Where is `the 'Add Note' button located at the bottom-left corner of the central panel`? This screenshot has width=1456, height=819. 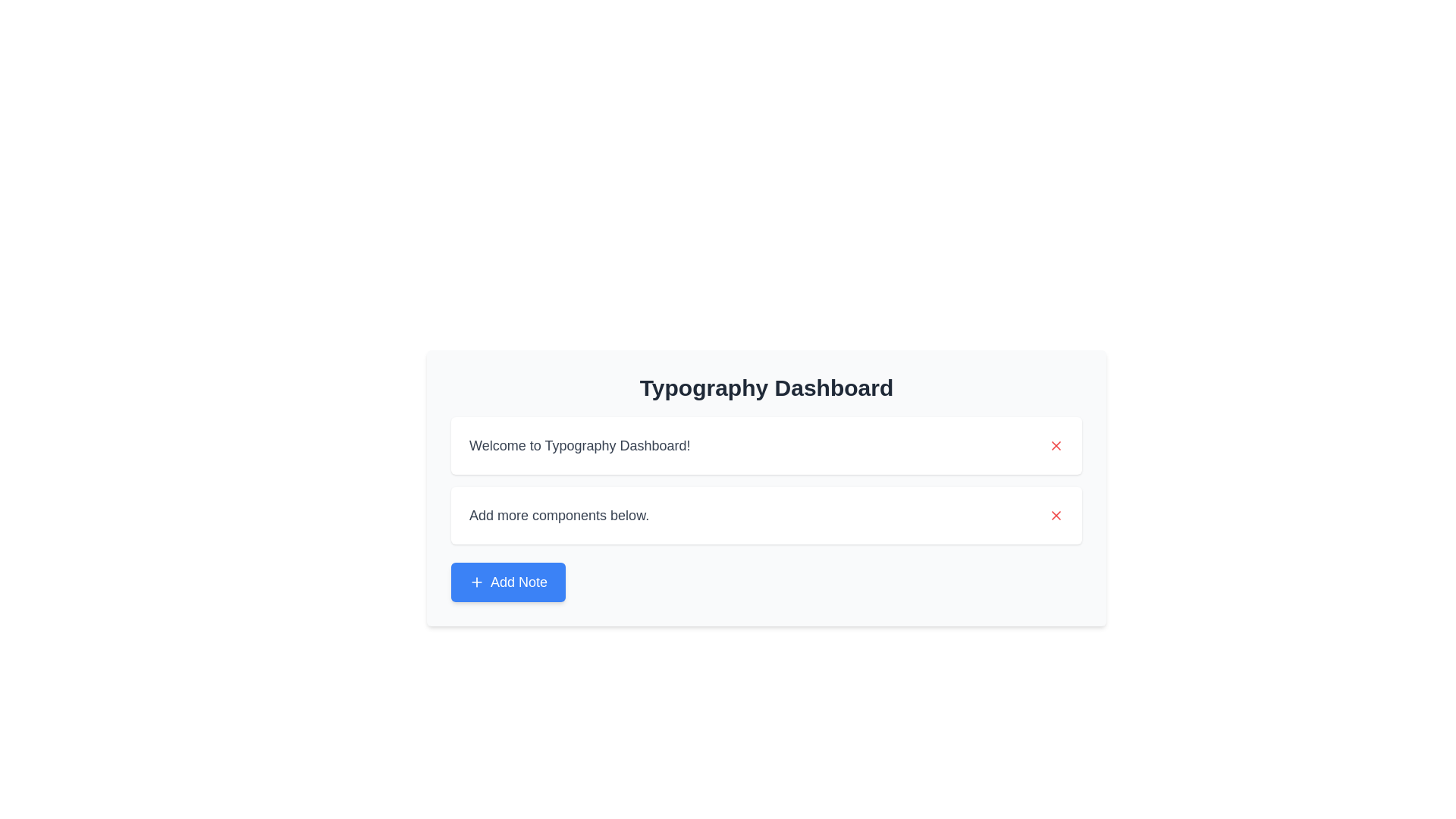 the 'Add Note' button located at the bottom-left corner of the central panel is located at coordinates (519, 581).